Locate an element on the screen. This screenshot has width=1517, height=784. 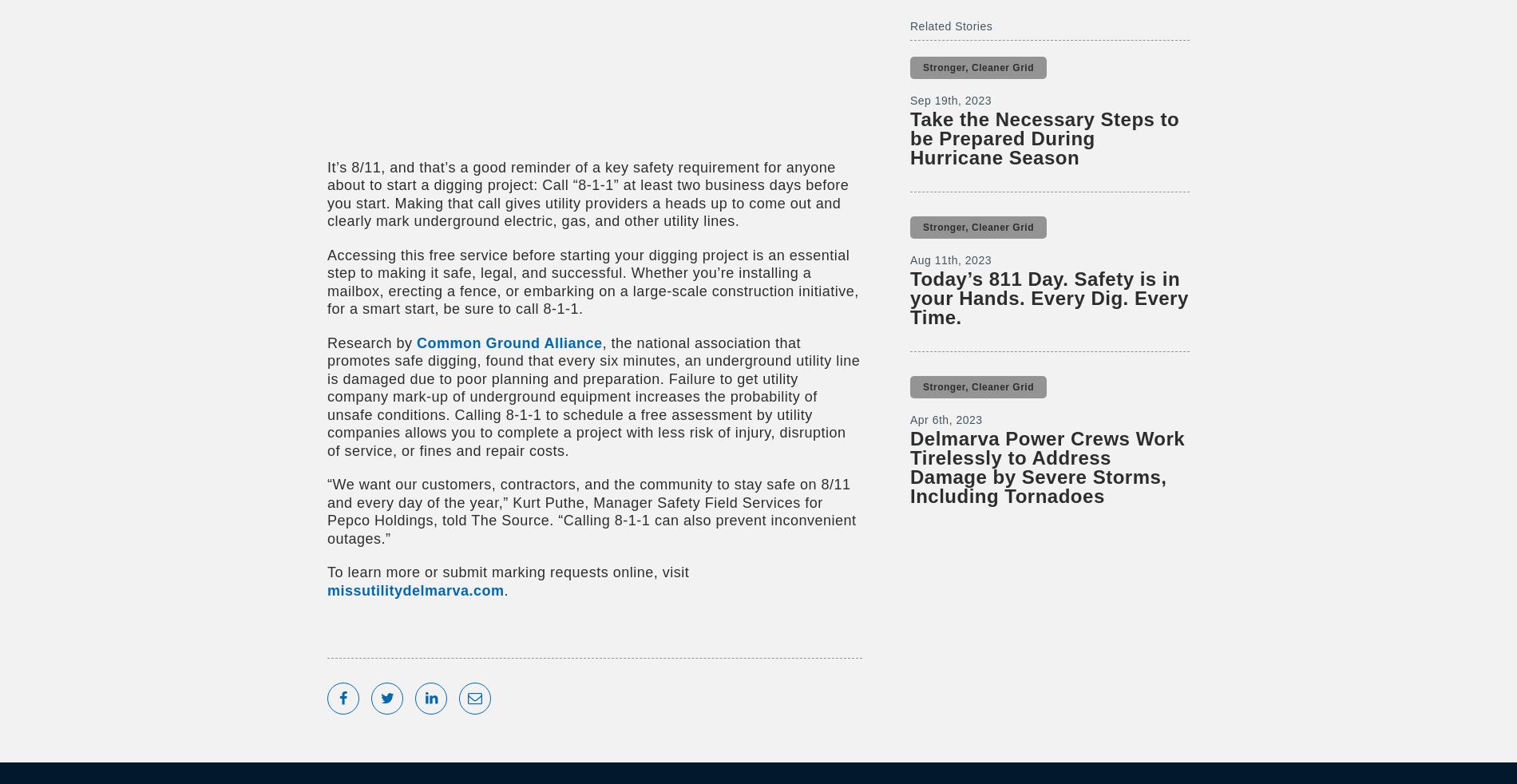
', the national association that promotes safe digging, found that every six minutes, an underground utility line is damaged due to poor planning and preparation. Failure to get utility company mark-up of underground equipment increases the probability of unsafe conditions. Calling 8-1-1 to schedule a free assessment by utility companies allows you to complete a project with less risk of injury, disruption of service, or fines and repair costs.' is located at coordinates (592, 395).